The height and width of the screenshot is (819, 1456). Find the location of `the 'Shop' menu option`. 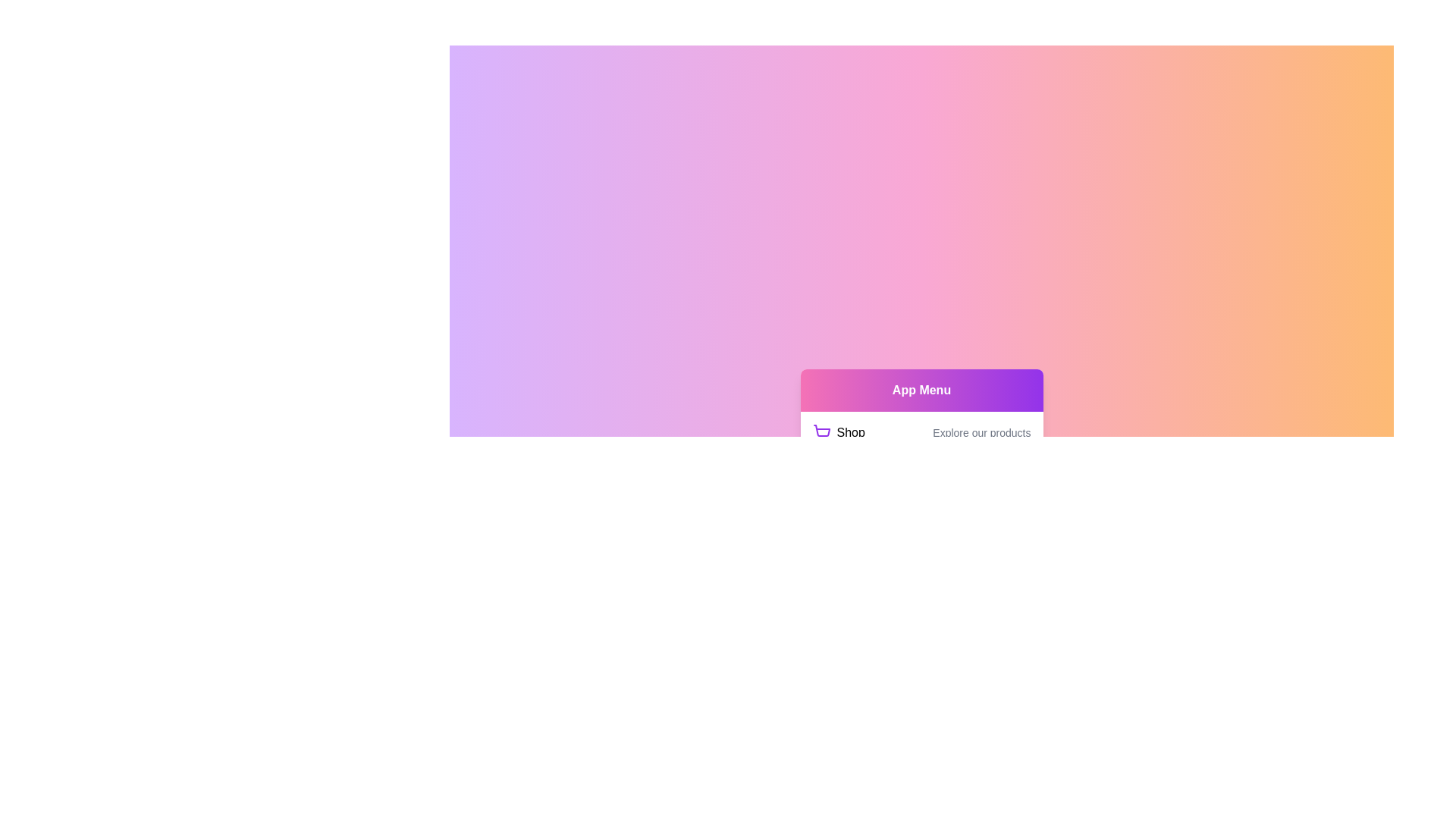

the 'Shop' menu option is located at coordinates (837, 432).